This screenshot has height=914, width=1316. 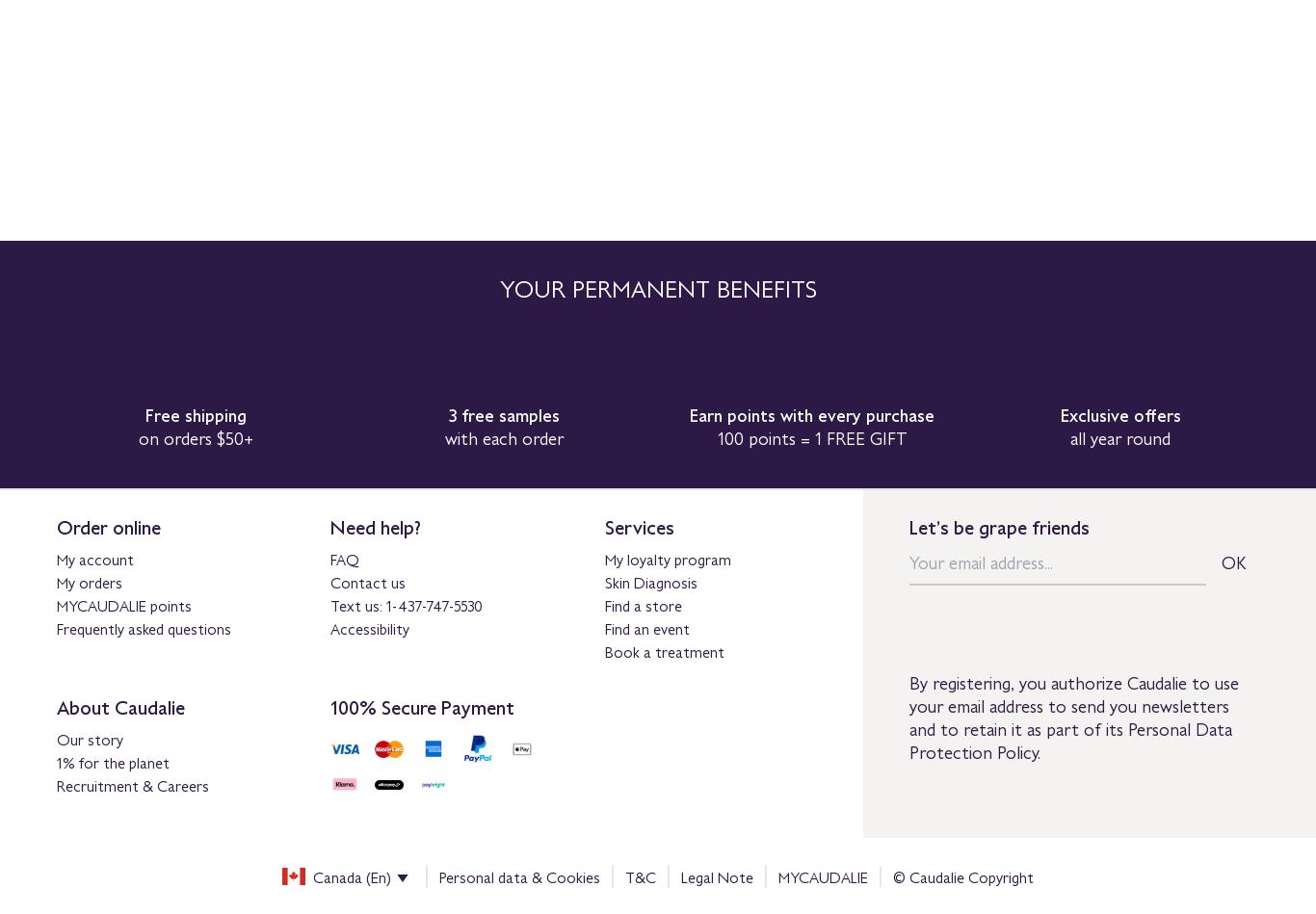 I want to click on 'Earn points with every purchase', so click(x=690, y=414).